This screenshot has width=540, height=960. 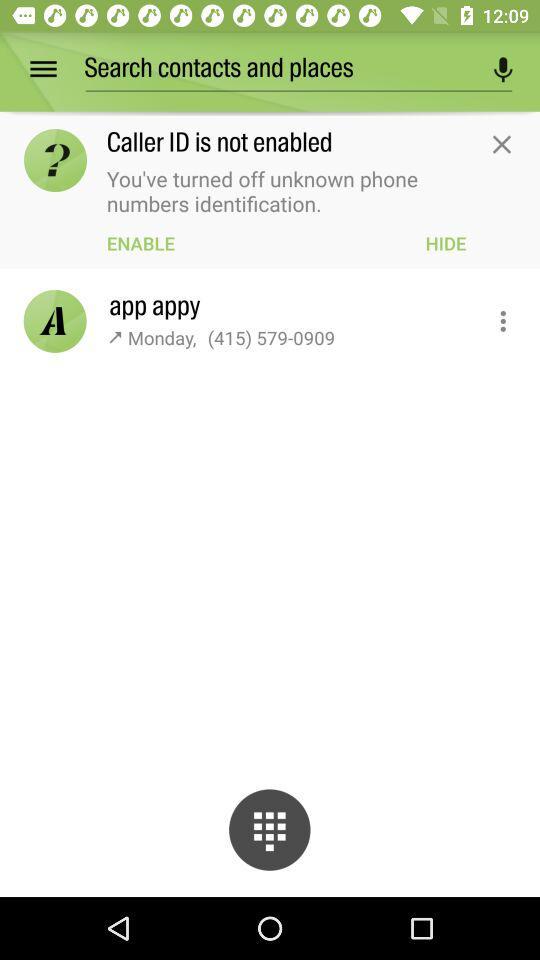 I want to click on the menu icon, so click(x=57, y=69).